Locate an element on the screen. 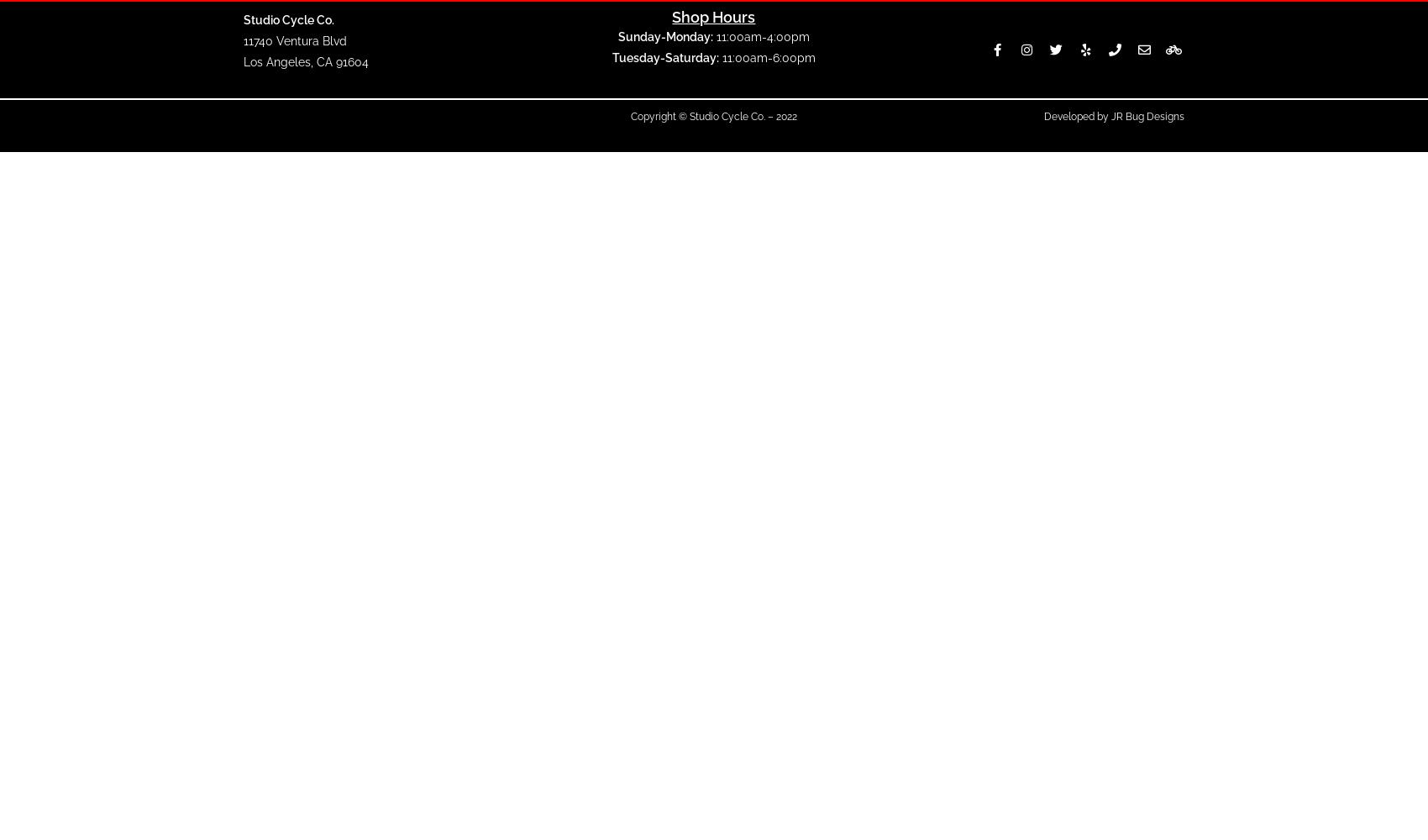 The image size is (1428, 840). 'Tuesday-Saturday:' is located at coordinates (664, 56).